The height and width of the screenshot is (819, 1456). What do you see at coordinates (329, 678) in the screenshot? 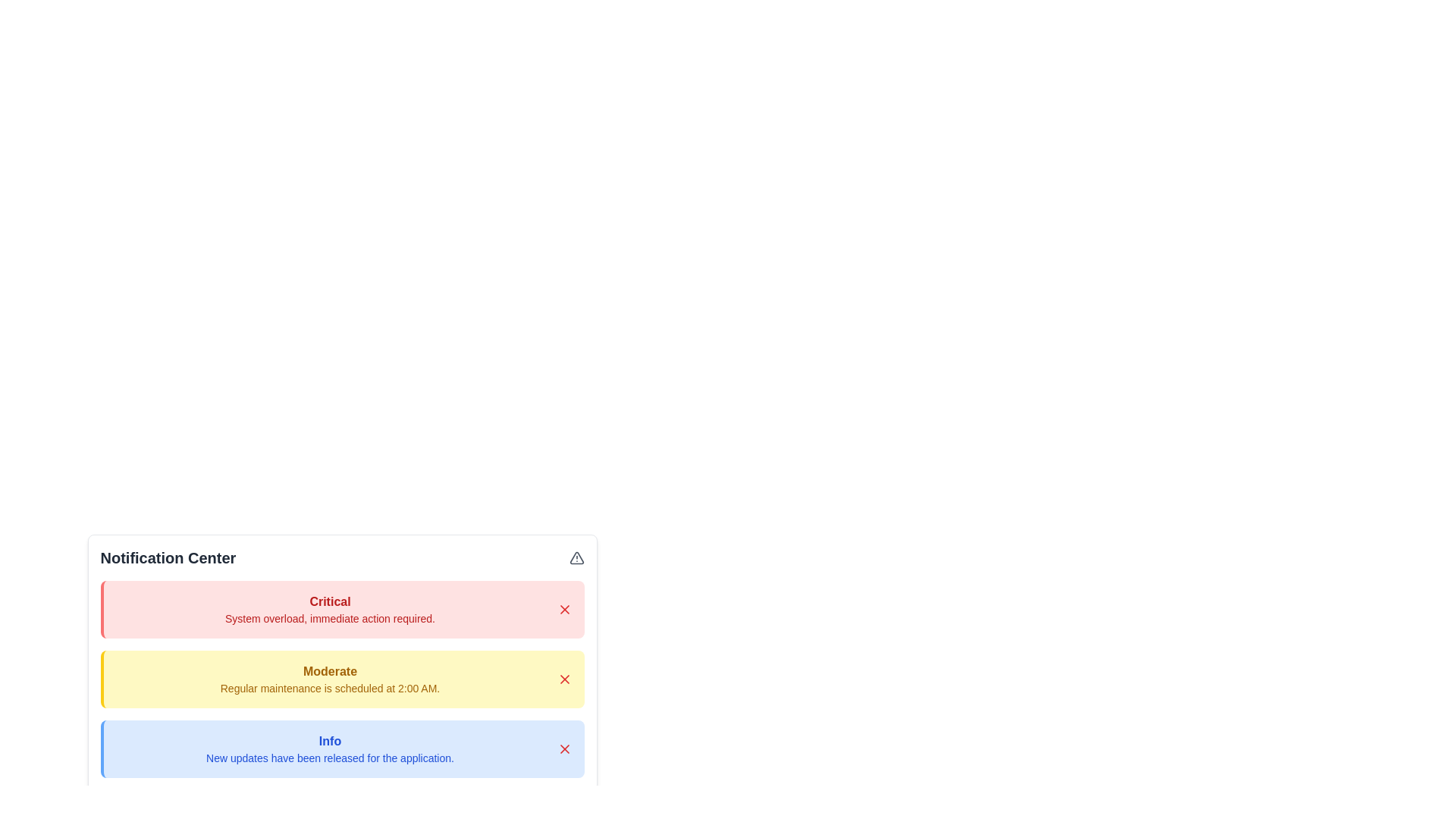
I see `the notification with level Moderate to view its details` at bounding box center [329, 678].